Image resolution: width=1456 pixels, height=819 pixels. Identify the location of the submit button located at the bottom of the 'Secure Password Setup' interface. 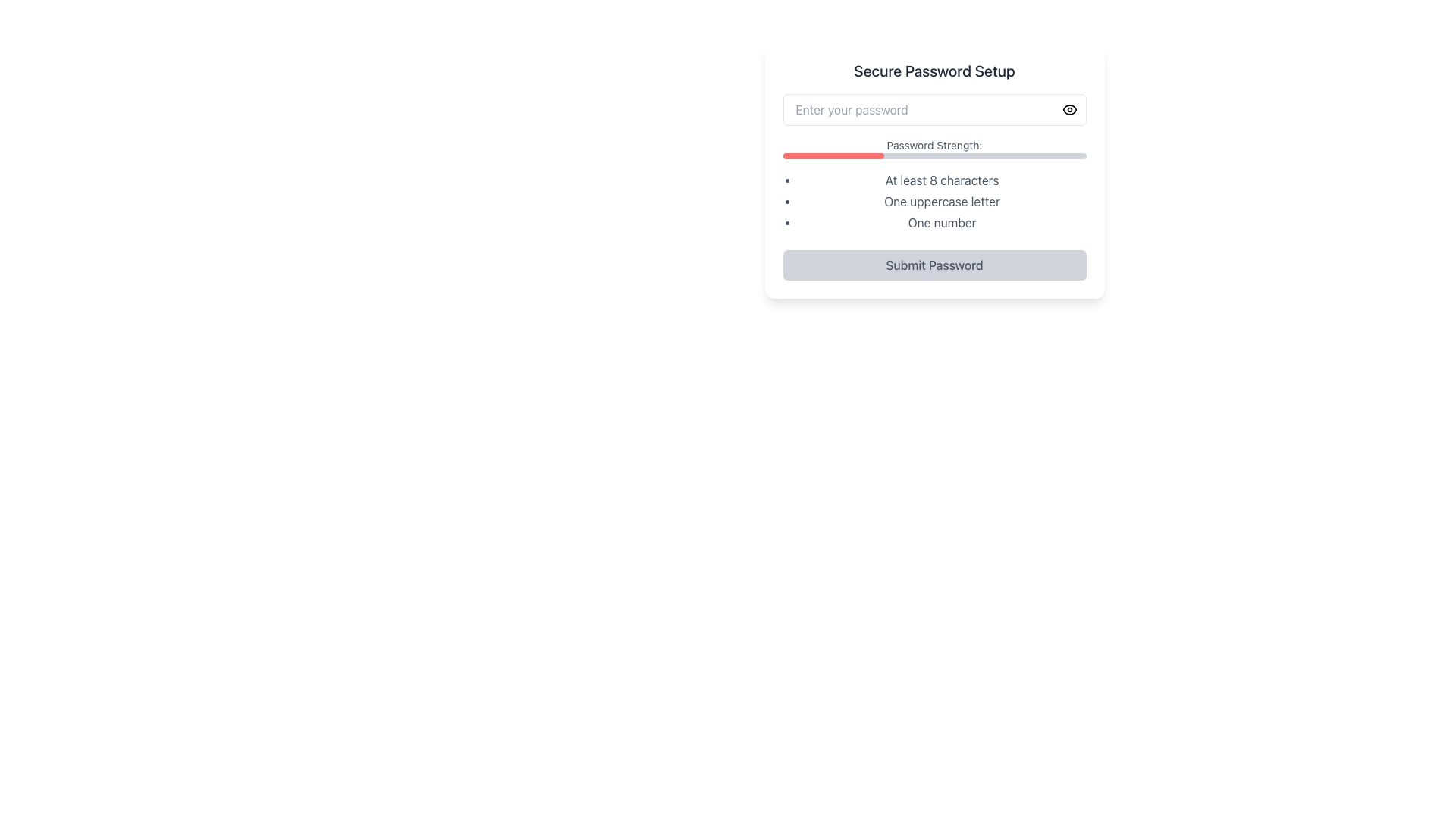
(934, 265).